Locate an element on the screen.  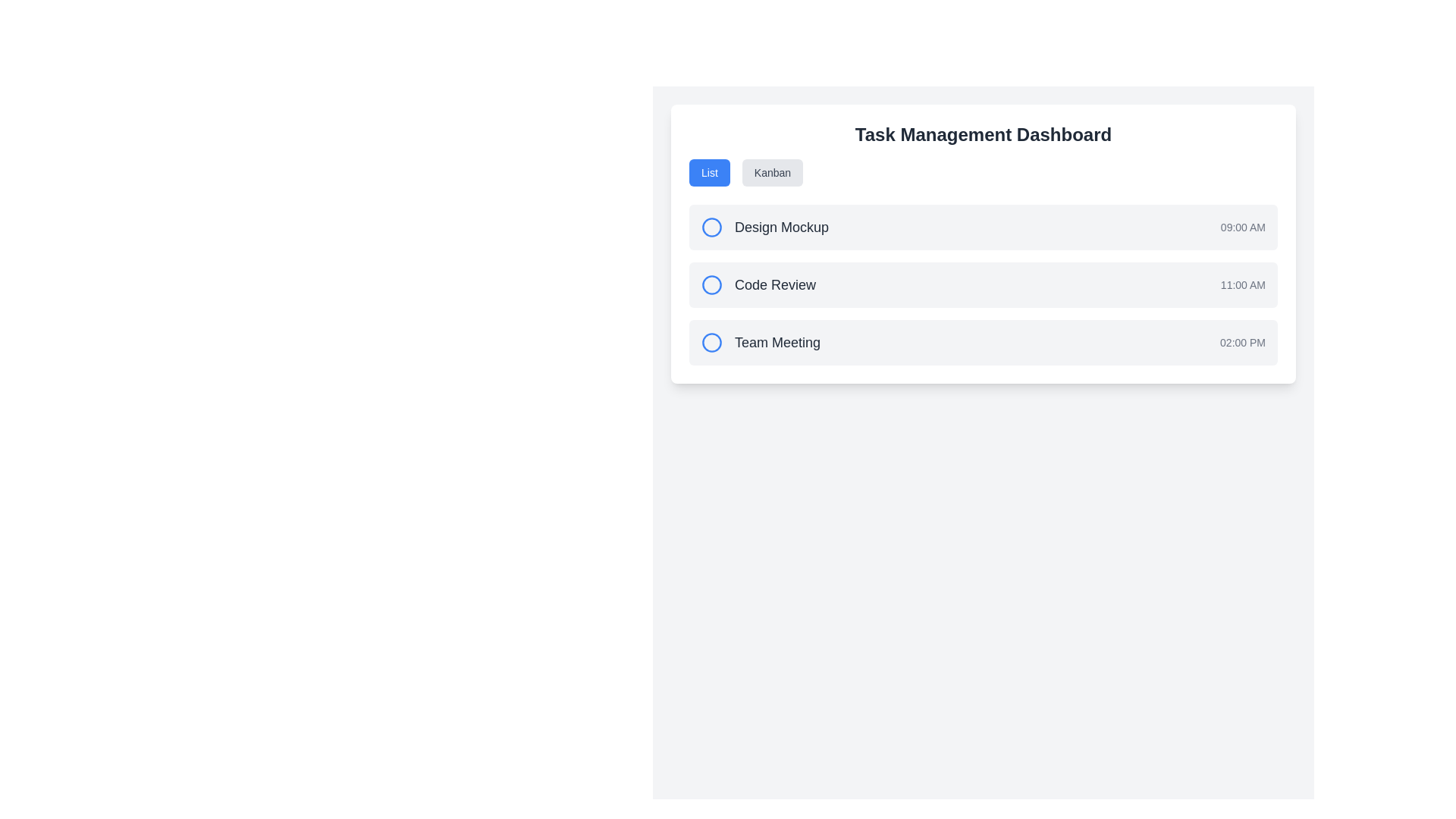
the 'Team Meeting' text label, which displays the title in medium gray font, located to the right of a blue circular icon is located at coordinates (761, 342).